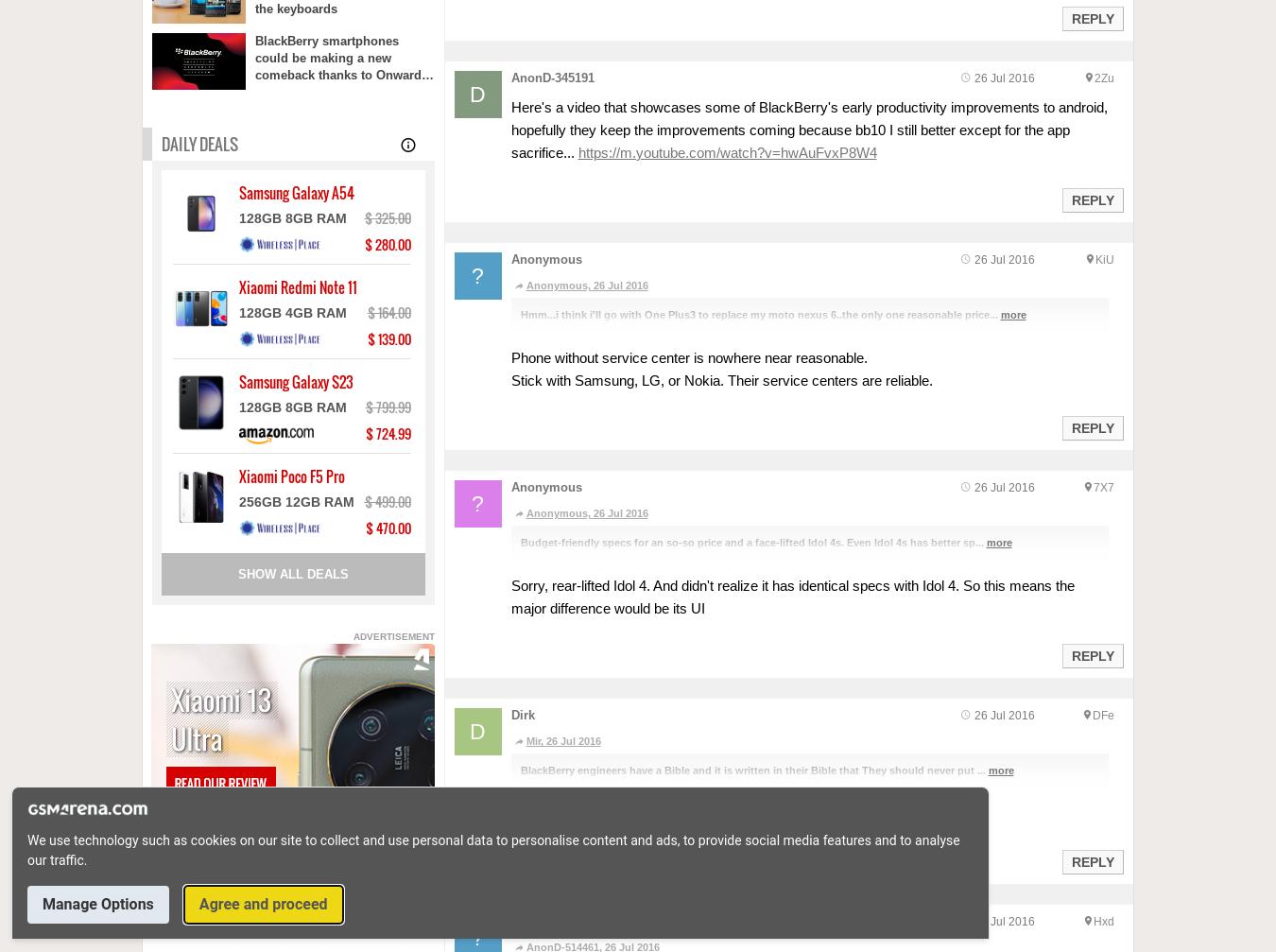  I want to click on '$ 325.00', so click(387, 217).